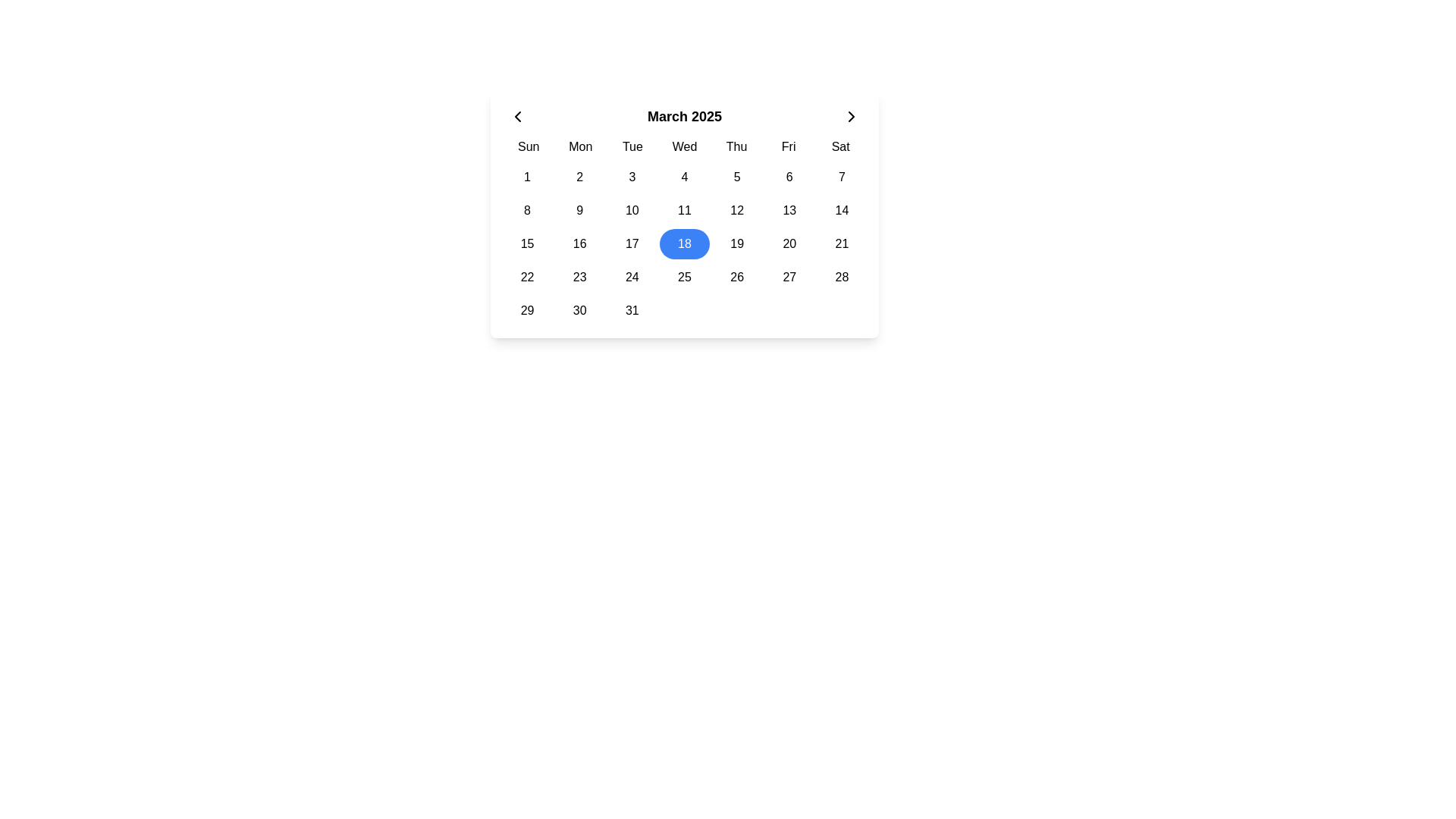 The height and width of the screenshot is (819, 1456). Describe the element at coordinates (789, 146) in the screenshot. I see `the static text label displaying 'Fri', which is the sixth element in a grid of week names at the top of the calendar interface` at that location.